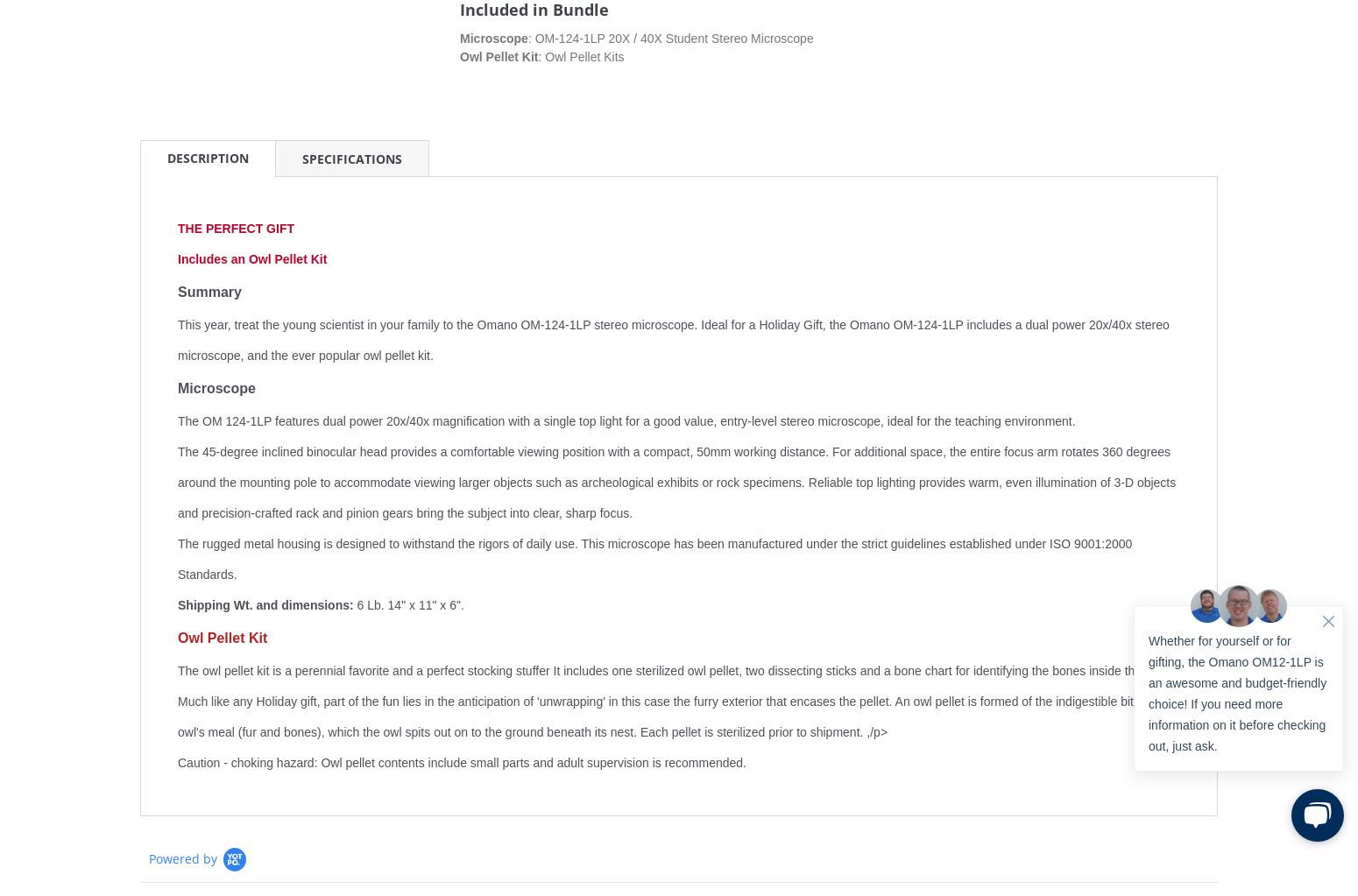  What do you see at coordinates (461, 762) in the screenshot?
I see `'Caution - choking hazard: Owl pellet contents include small parts and adult supervision is recommended.'` at bounding box center [461, 762].